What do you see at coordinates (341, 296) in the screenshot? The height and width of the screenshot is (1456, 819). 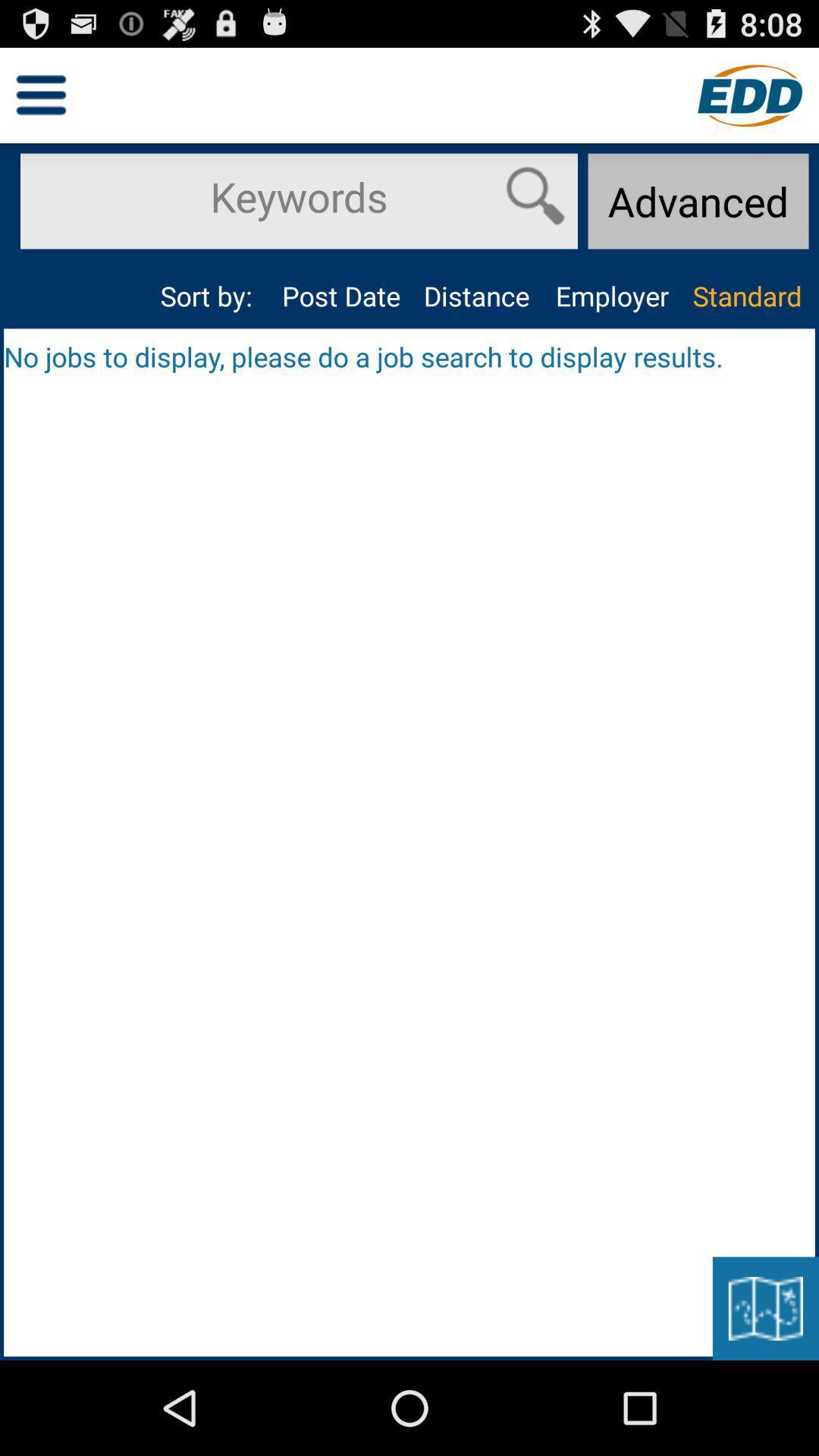 I see `item above the no jobs to item` at bounding box center [341, 296].